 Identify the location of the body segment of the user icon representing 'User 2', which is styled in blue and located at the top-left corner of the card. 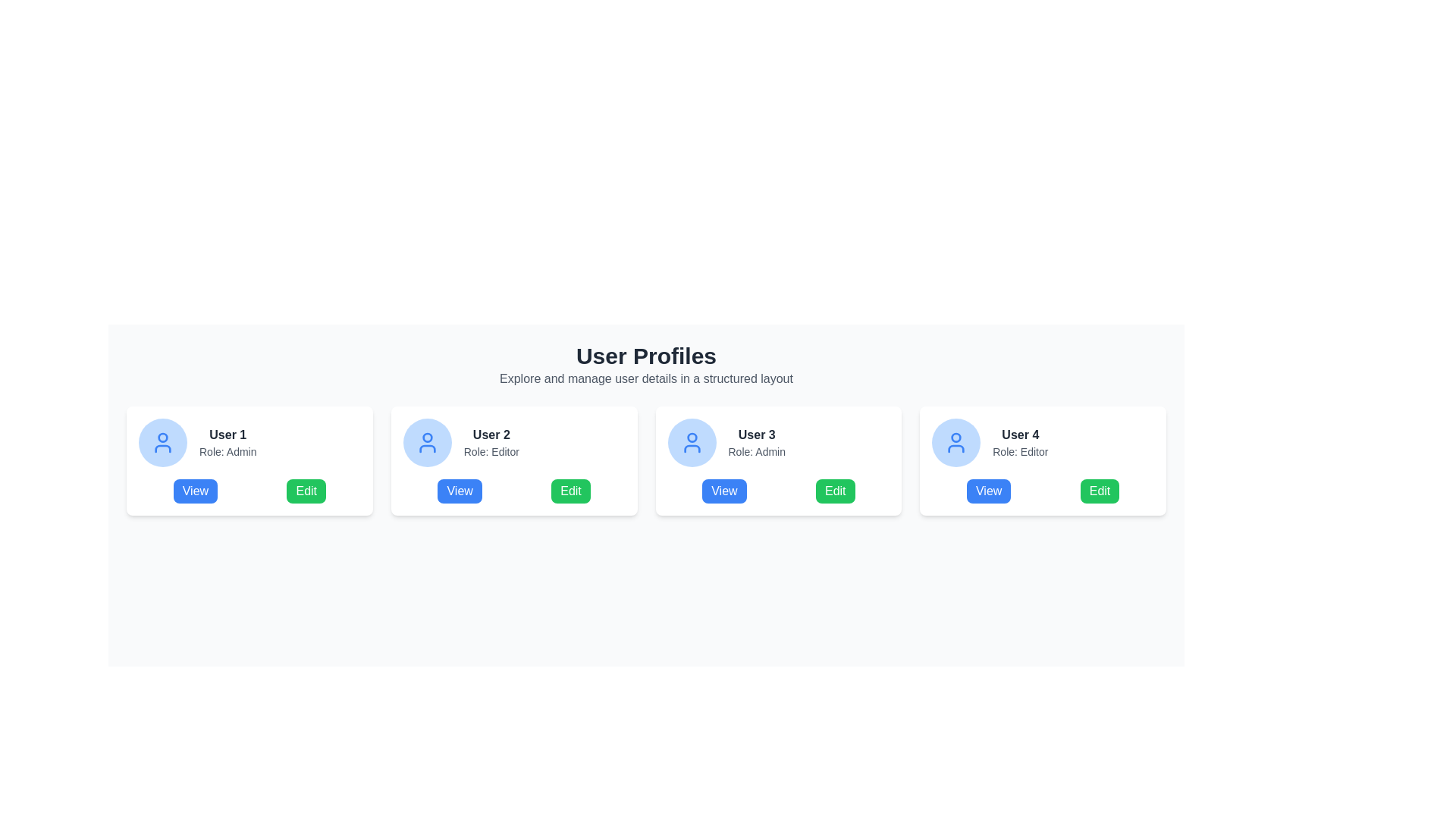
(426, 447).